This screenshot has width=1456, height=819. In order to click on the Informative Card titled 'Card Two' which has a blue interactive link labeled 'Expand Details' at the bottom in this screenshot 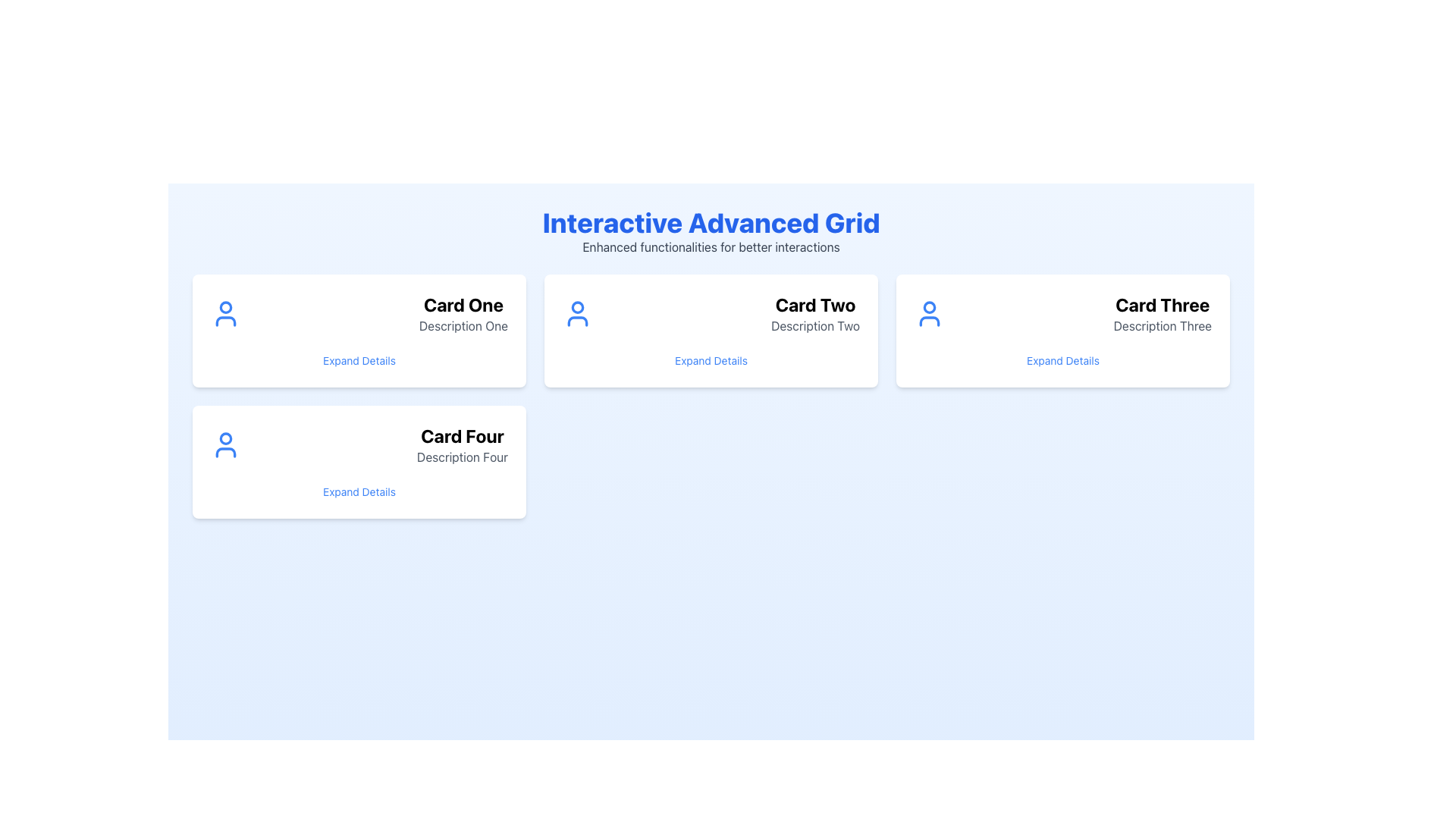, I will do `click(710, 330)`.